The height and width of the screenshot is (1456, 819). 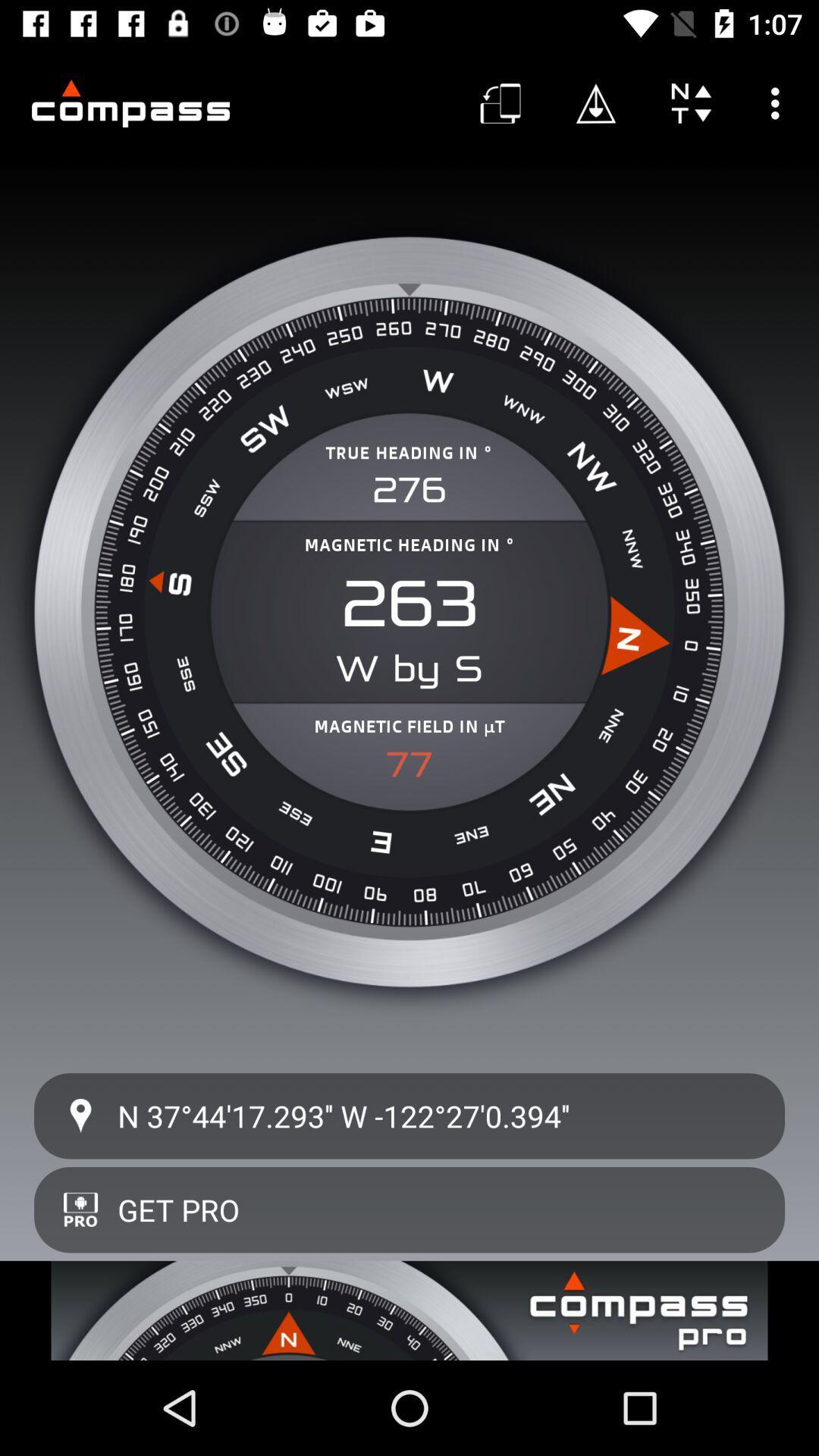 I want to click on 262 icon, so click(x=409, y=603).